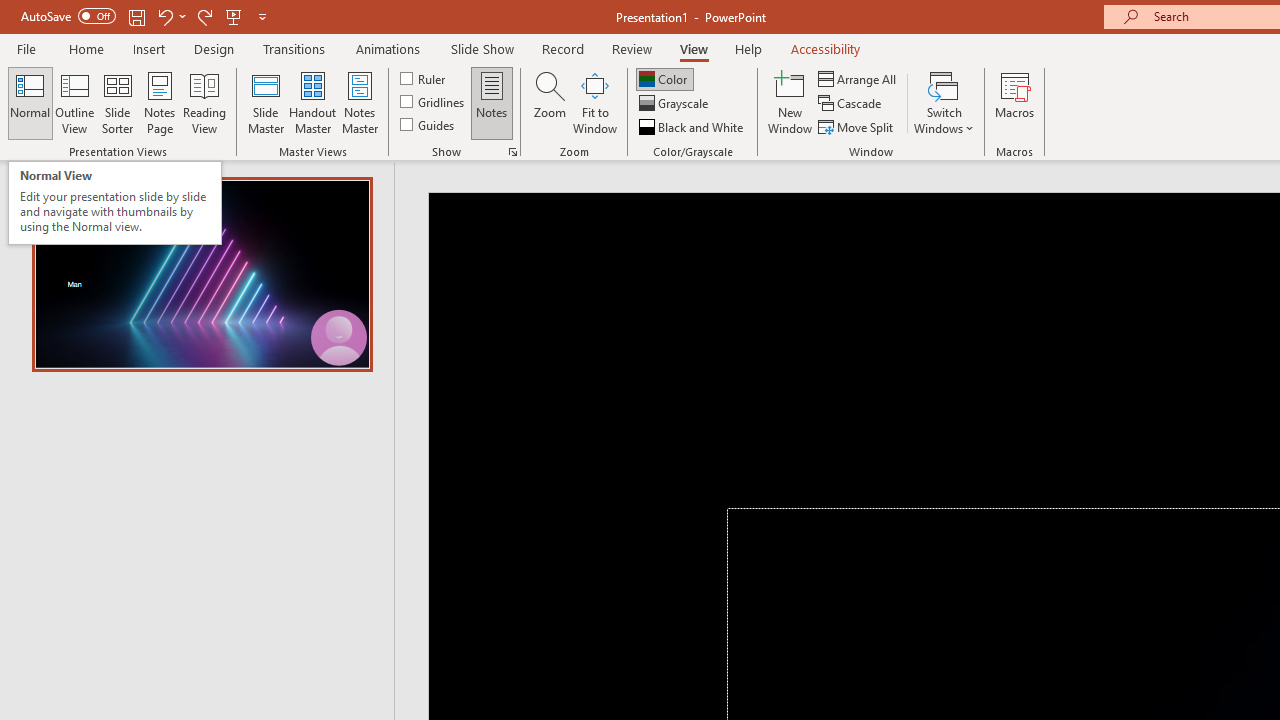 The image size is (1280, 720). What do you see at coordinates (432, 101) in the screenshot?
I see `'Gridlines'` at bounding box center [432, 101].